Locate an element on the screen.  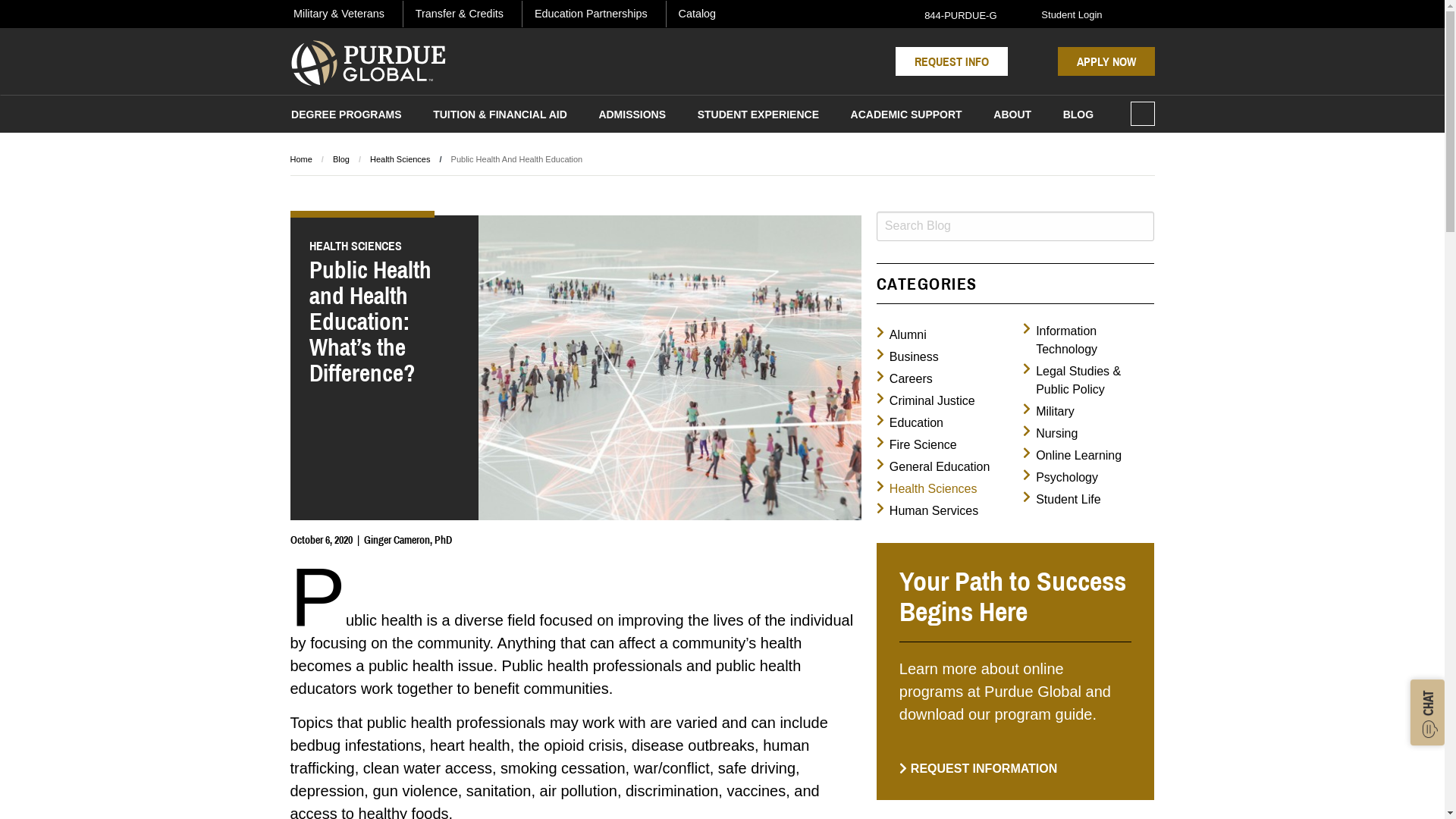
'Student Login' is located at coordinates (1062, 14).